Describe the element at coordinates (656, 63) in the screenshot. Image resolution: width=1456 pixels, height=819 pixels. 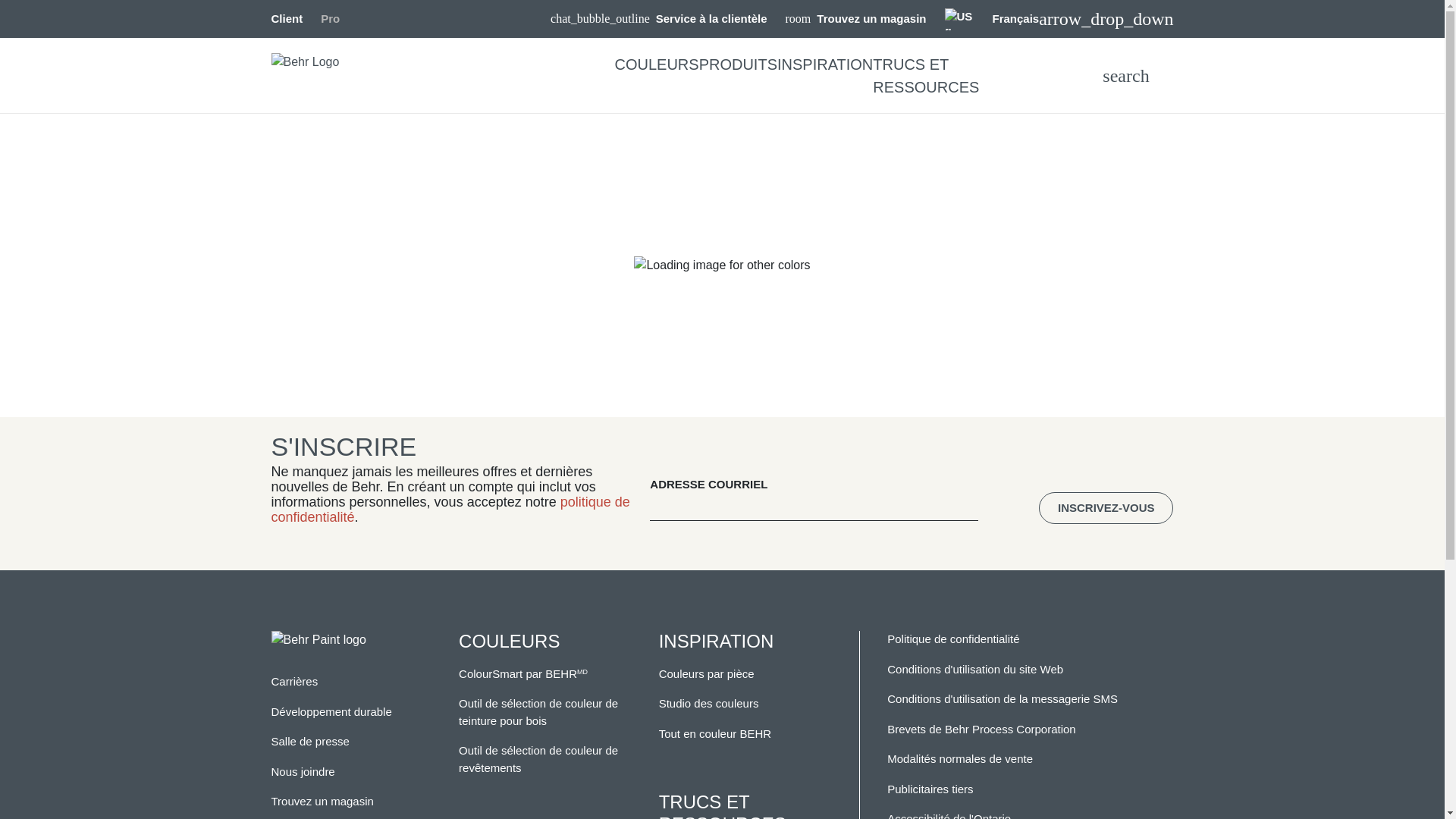
I see `'COULEURS'` at that location.